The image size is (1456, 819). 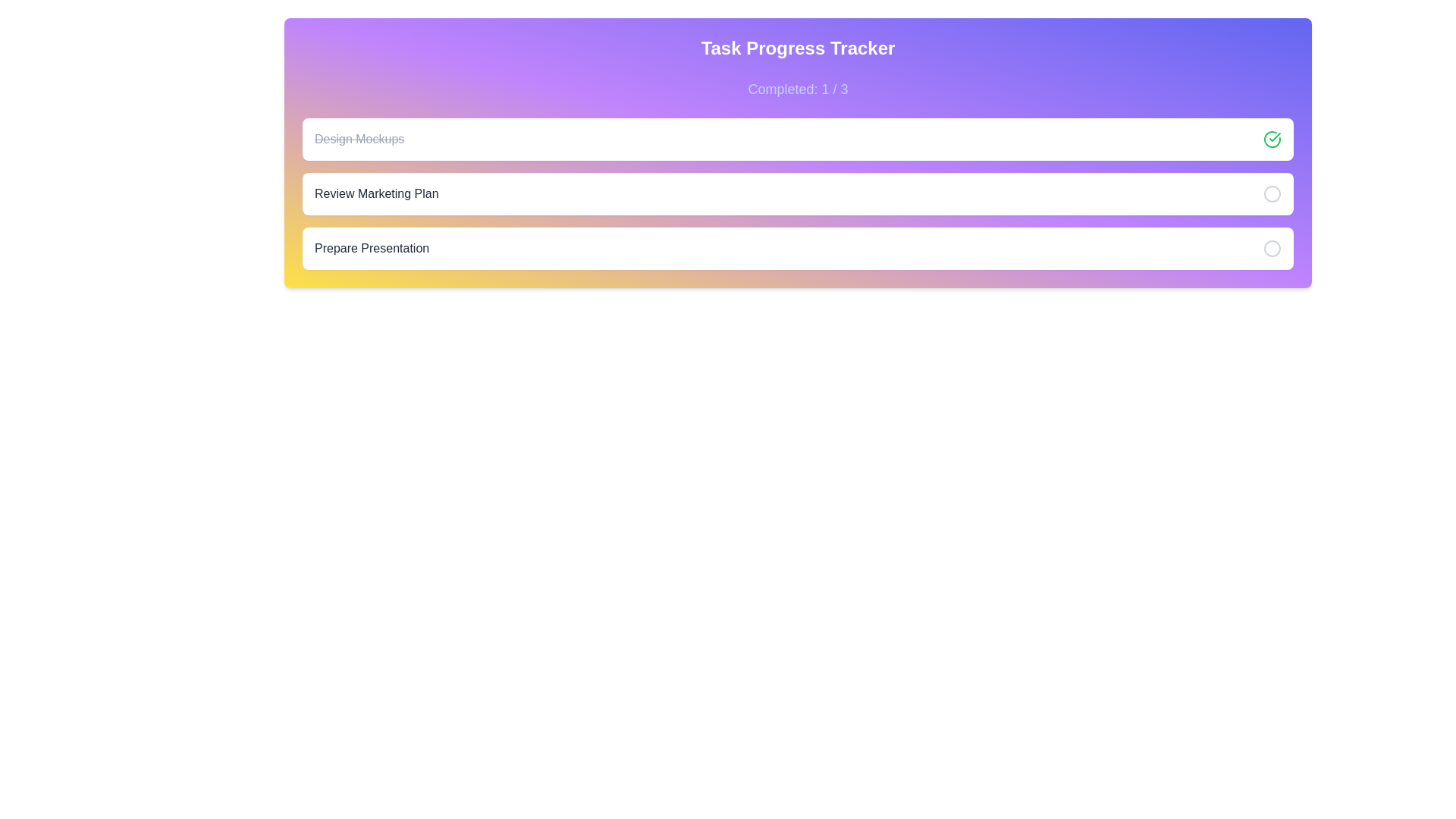 What do you see at coordinates (359, 140) in the screenshot?
I see `the task title text to toggle its completion status` at bounding box center [359, 140].